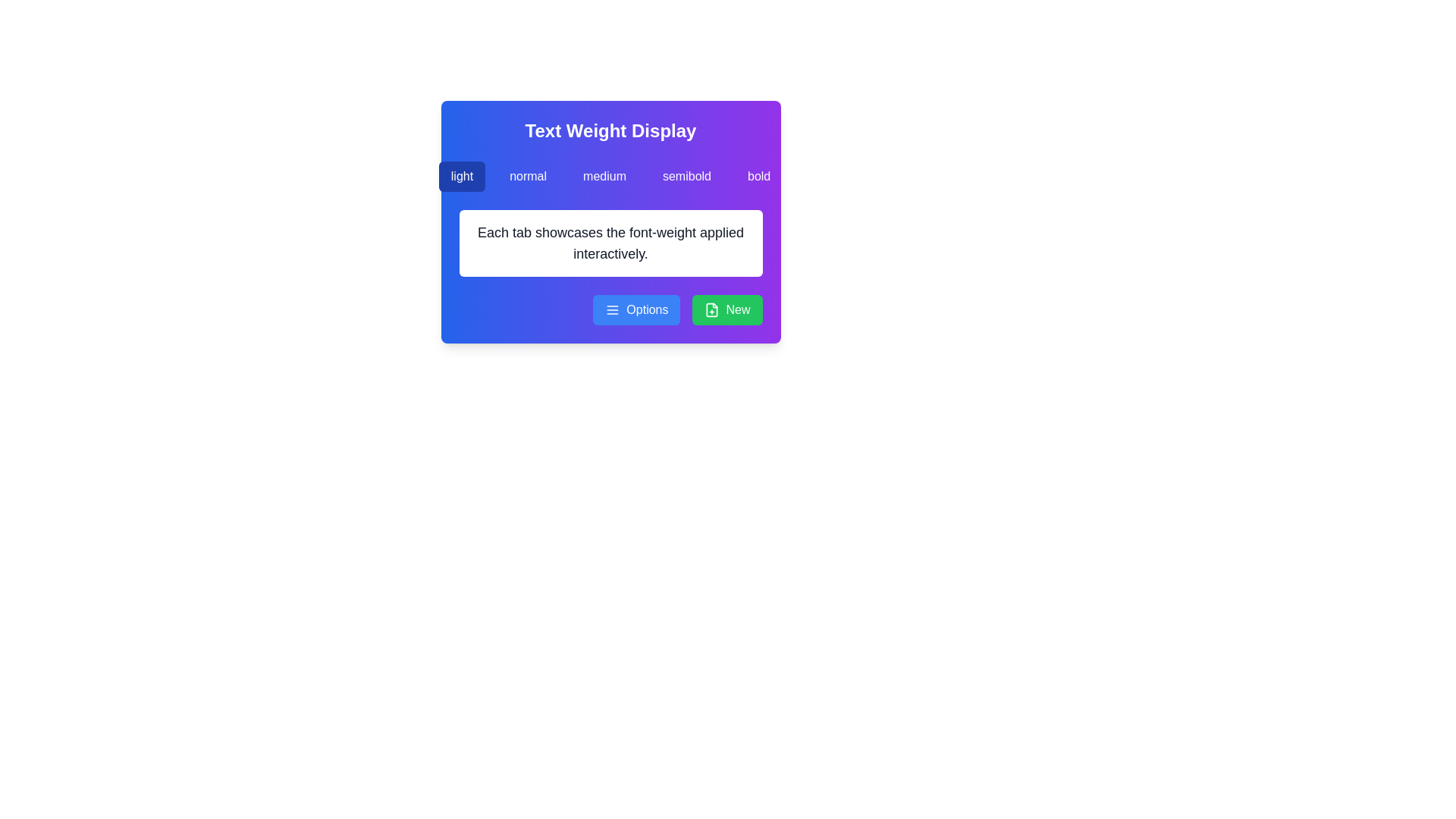 The image size is (1456, 819). Describe the element at coordinates (738, 309) in the screenshot. I see `the text label indicating a new feature on the green button located in the bottom-right corner of the card interface, adjacent to the 'Options' button` at that location.